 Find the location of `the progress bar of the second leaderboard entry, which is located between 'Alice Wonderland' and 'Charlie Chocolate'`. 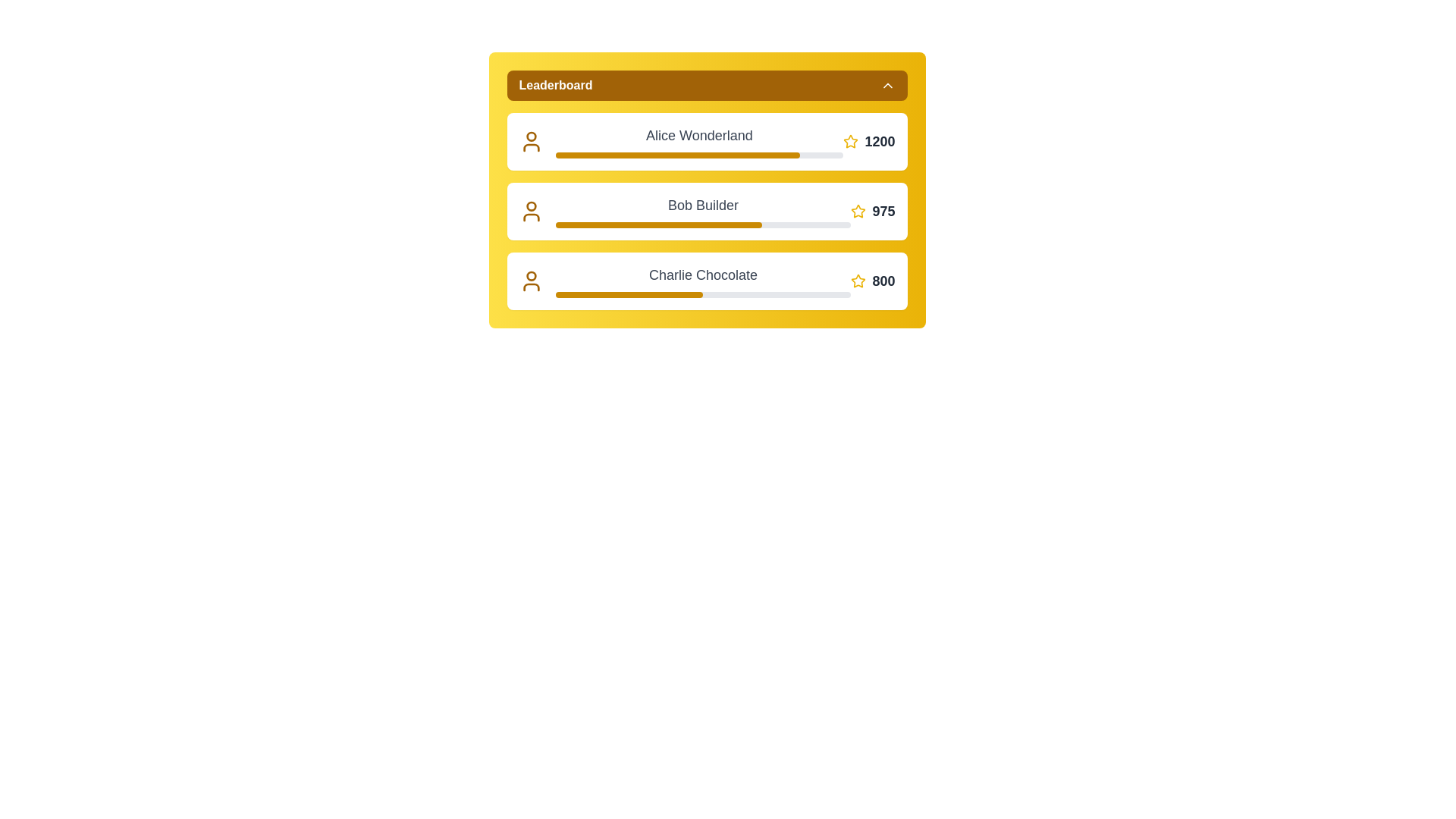

the progress bar of the second leaderboard entry, which is located between 'Alice Wonderland' and 'Charlie Chocolate' is located at coordinates (706, 211).